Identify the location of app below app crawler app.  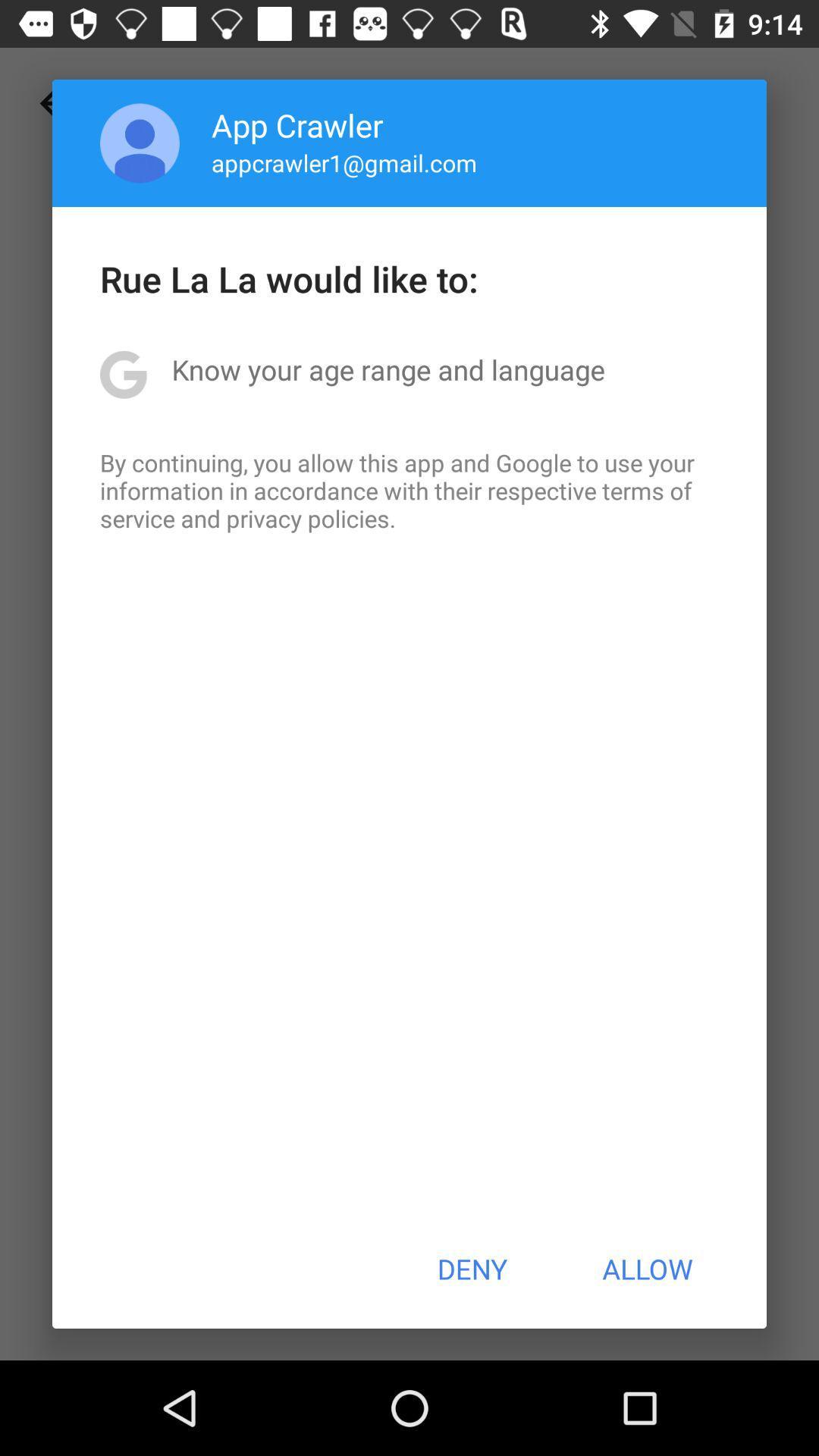
(344, 162).